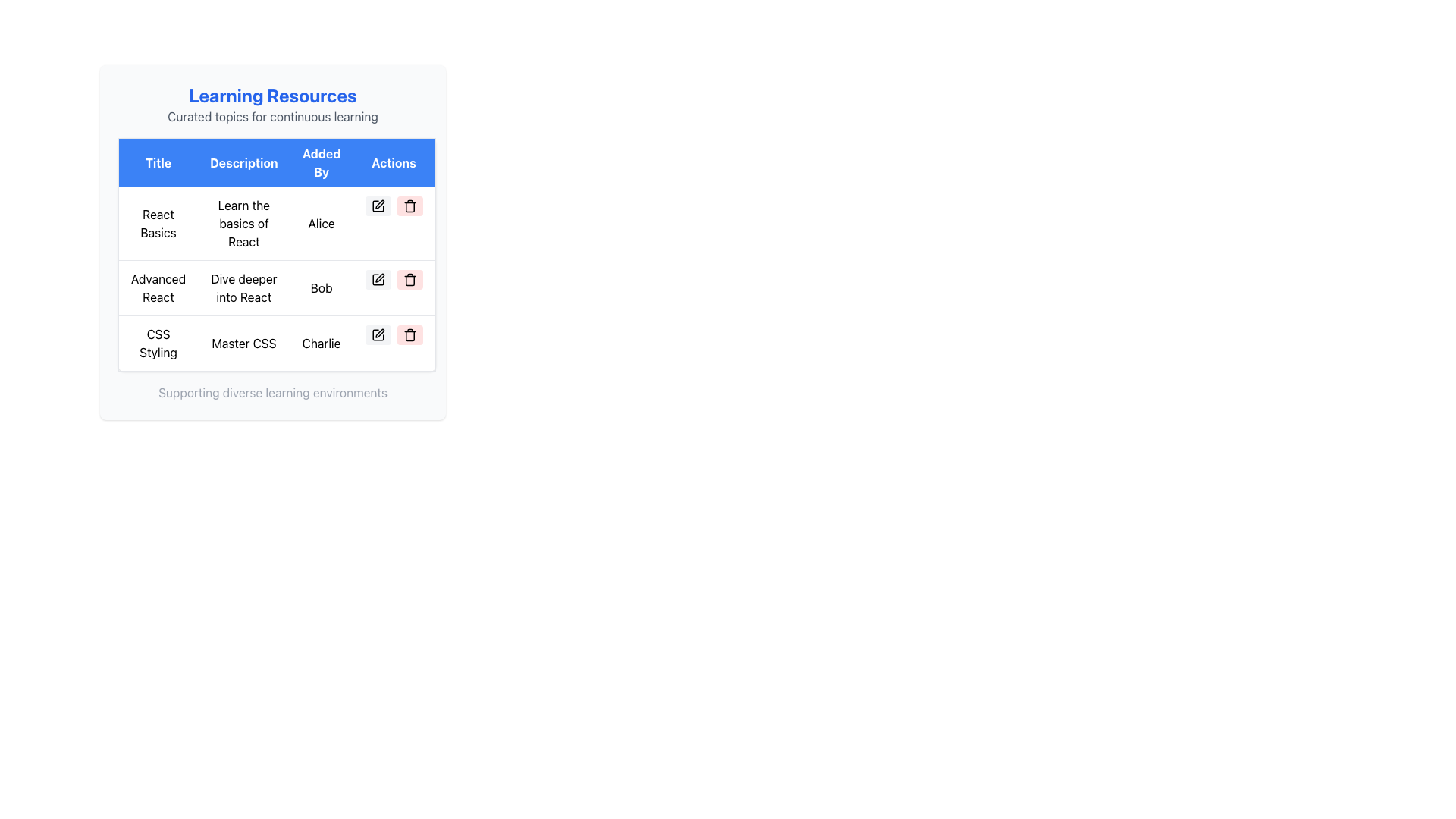 The image size is (1456, 819). What do you see at coordinates (409, 280) in the screenshot?
I see `the trash can icon styled button located in the 'Actions' column of the second row in the table, adjacent to the edit icon` at bounding box center [409, 280].